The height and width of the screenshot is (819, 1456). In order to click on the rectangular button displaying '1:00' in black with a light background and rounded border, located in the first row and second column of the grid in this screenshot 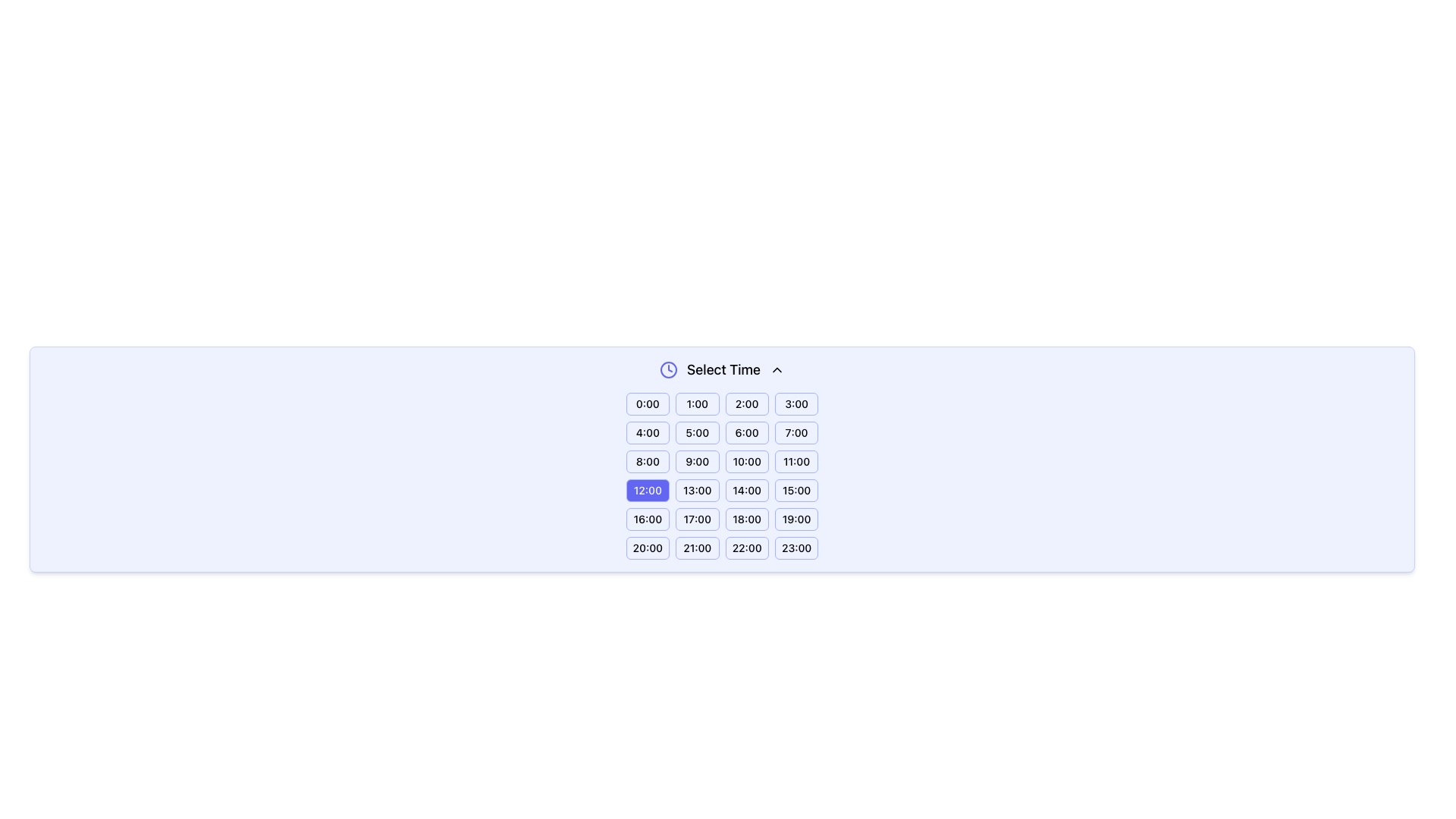, I will do `click(696, 403)`.